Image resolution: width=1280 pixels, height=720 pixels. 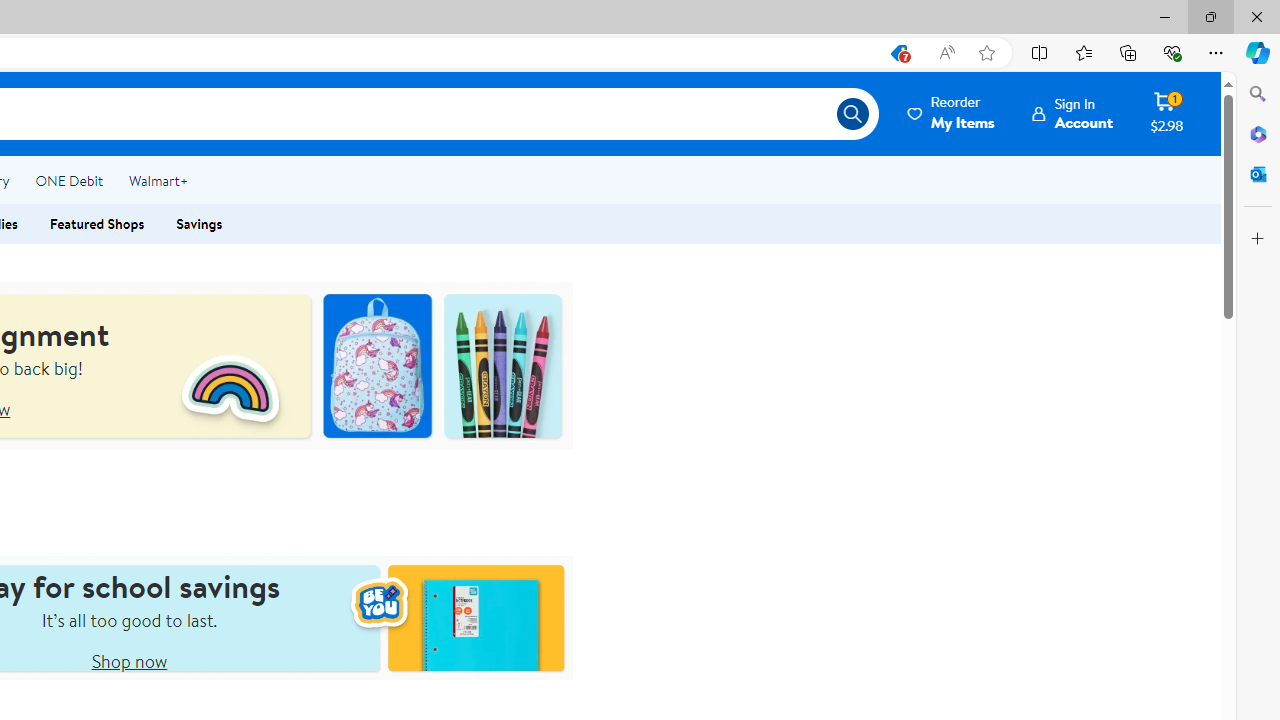 I want to click on 'Sign InAccount', so click(x=1072, y=113).